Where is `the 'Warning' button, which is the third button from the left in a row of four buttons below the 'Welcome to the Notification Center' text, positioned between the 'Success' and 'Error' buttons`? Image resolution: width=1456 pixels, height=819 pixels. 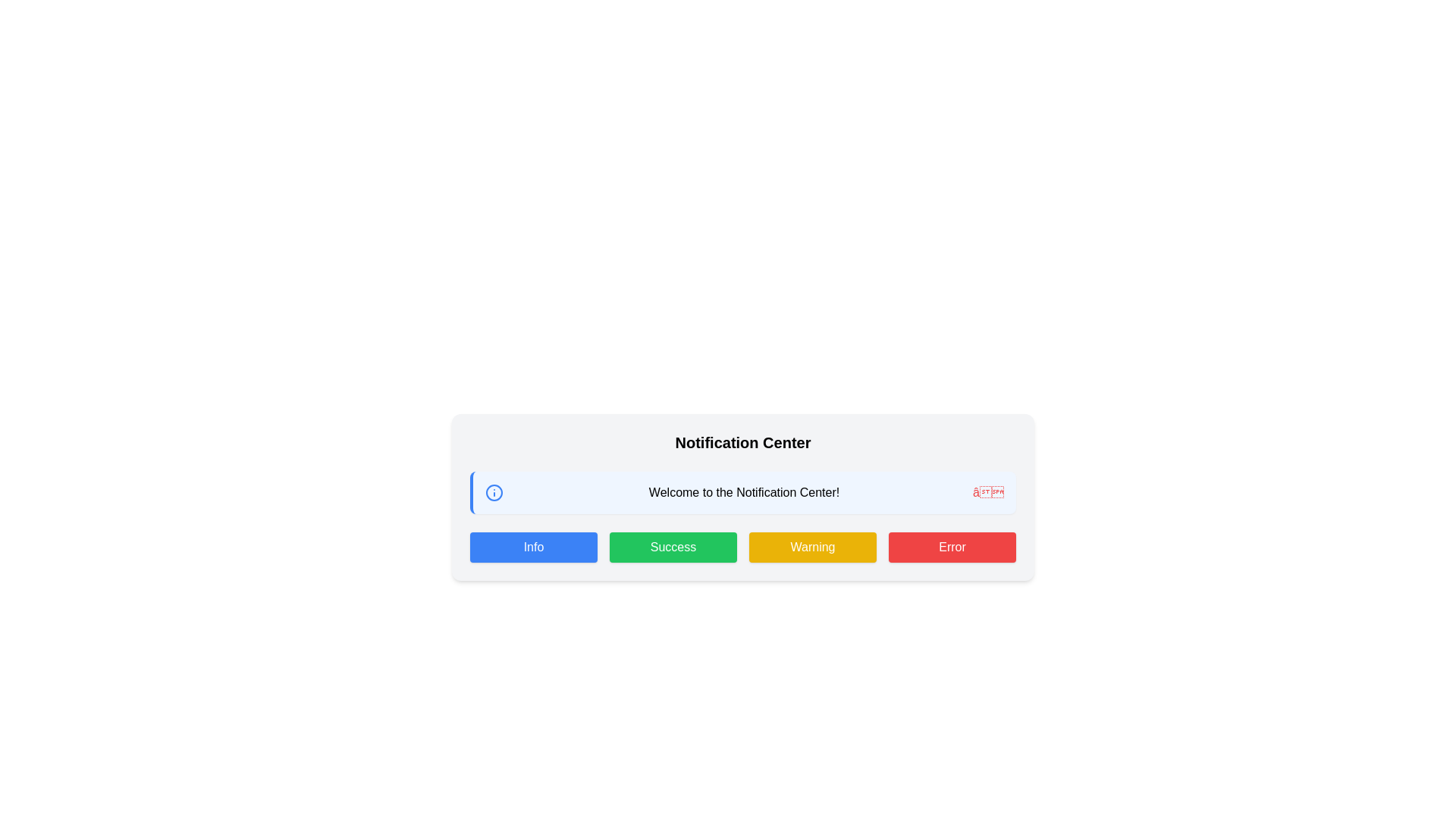 the 'Warning' button, which is the third button from the left in a row of four buttons below the 'Welcome to the Notification Center' text, positioned between the 'Success' and 'Error' buttons is located at coordinates (811, 547).